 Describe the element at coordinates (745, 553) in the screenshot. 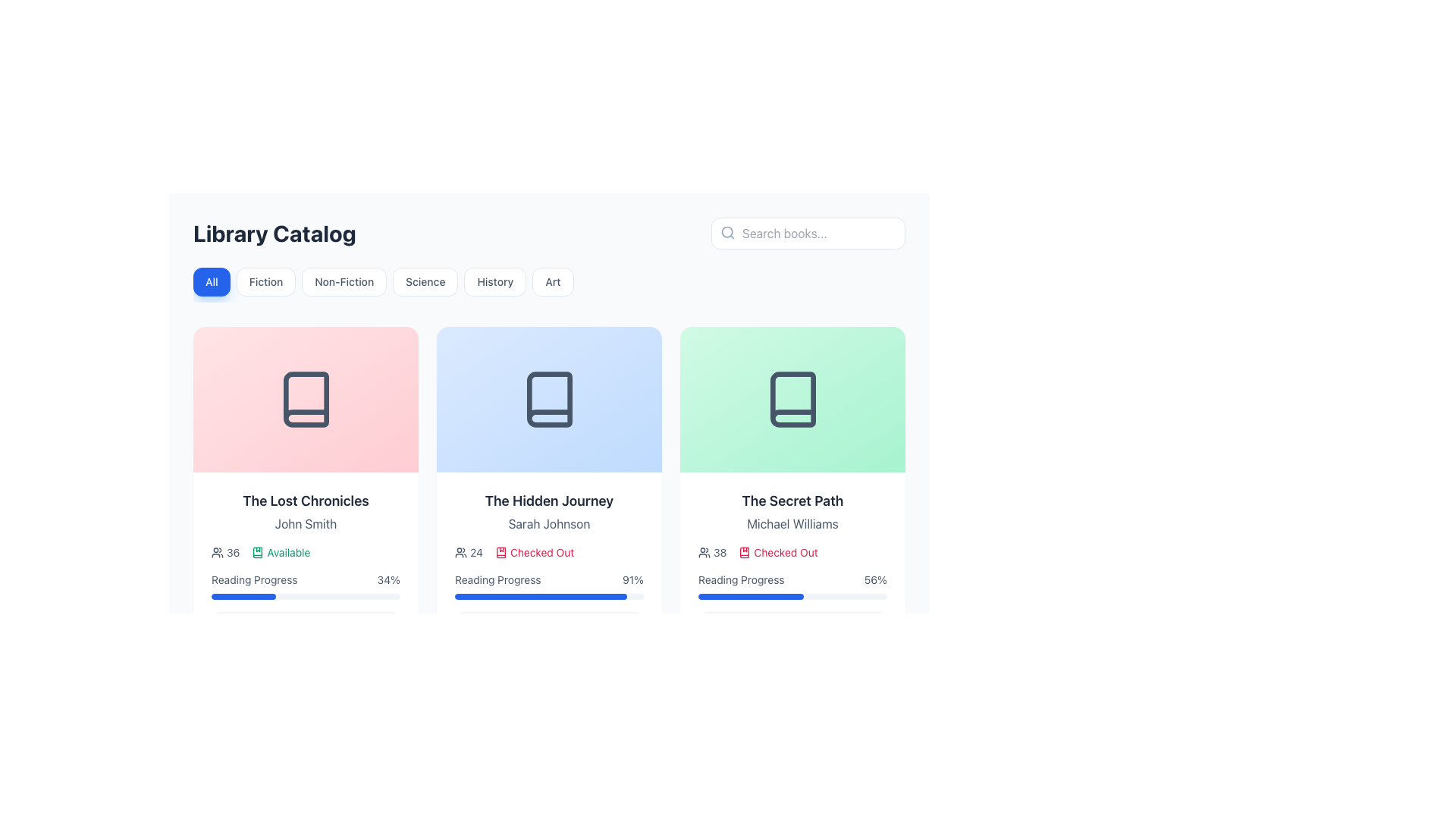

I see `the small outlined book-shaped icon with a bookmark overlay, located immediately to the left of the 'Checked Out' text in red, within the middle card of the displayed list` at that location.